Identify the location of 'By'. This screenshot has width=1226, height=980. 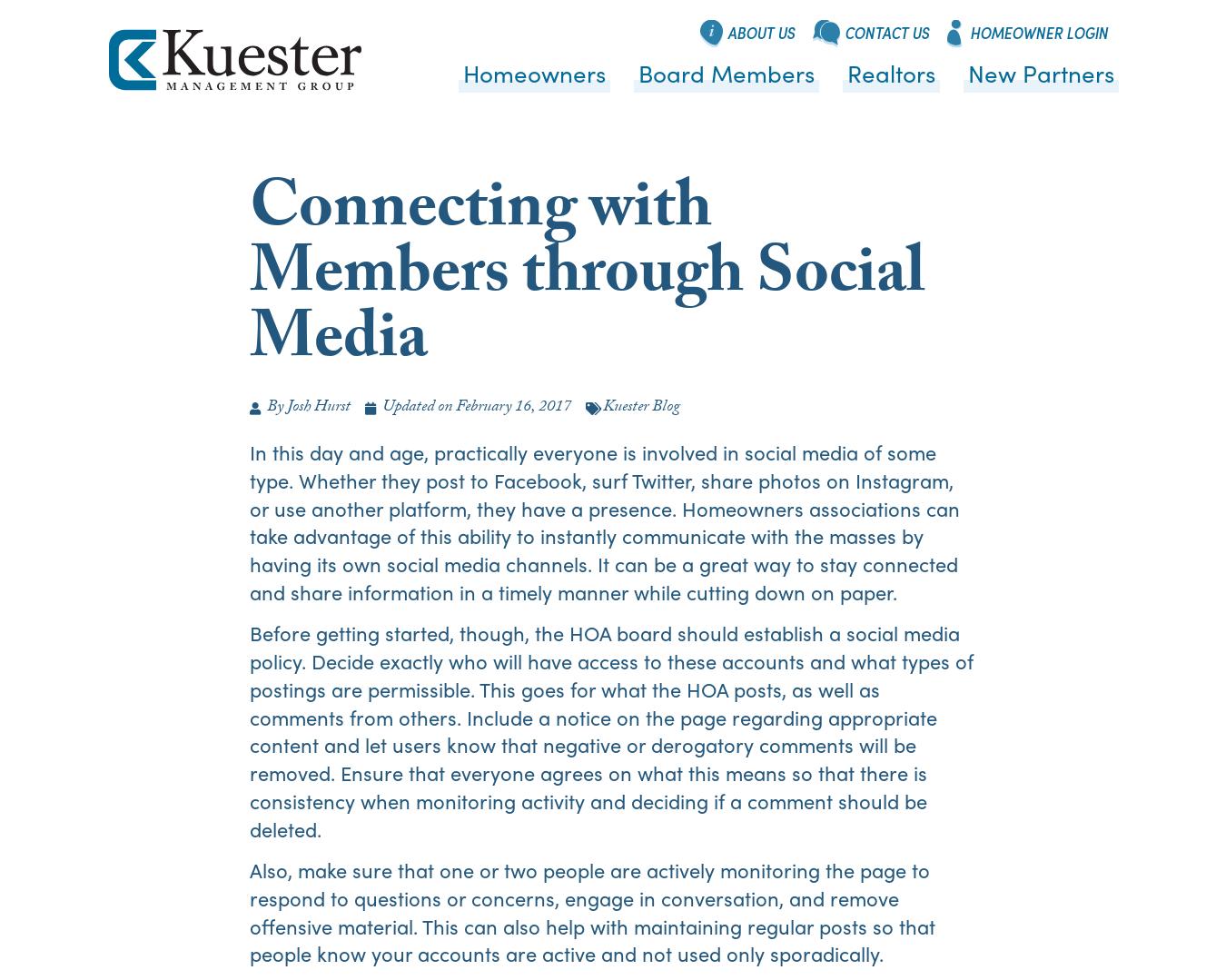
(273, 408).